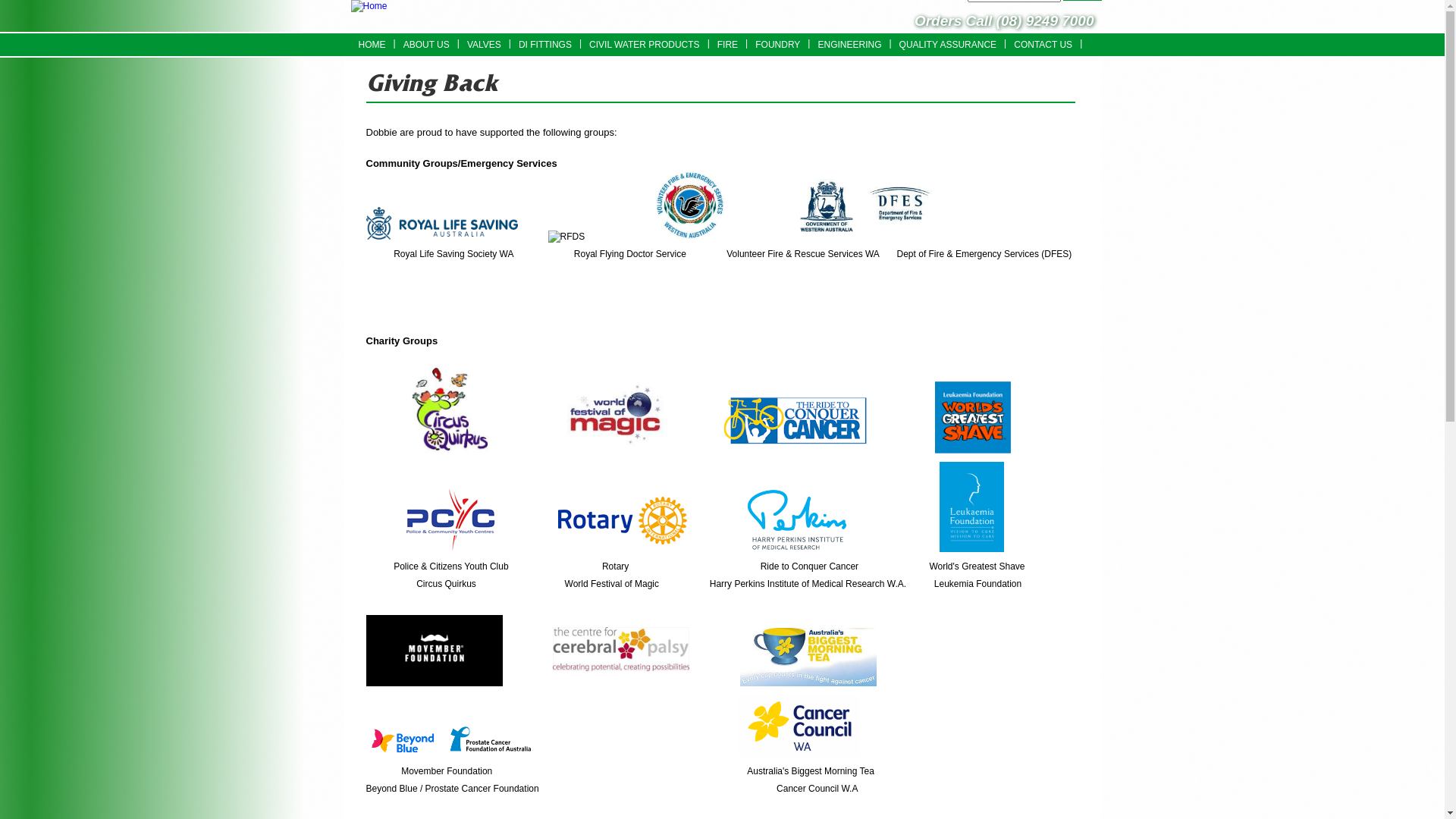  What do you see at coordinates (483, 44) in the screenshot?
I see `'VALVES'` at bounding box center [483, 44].